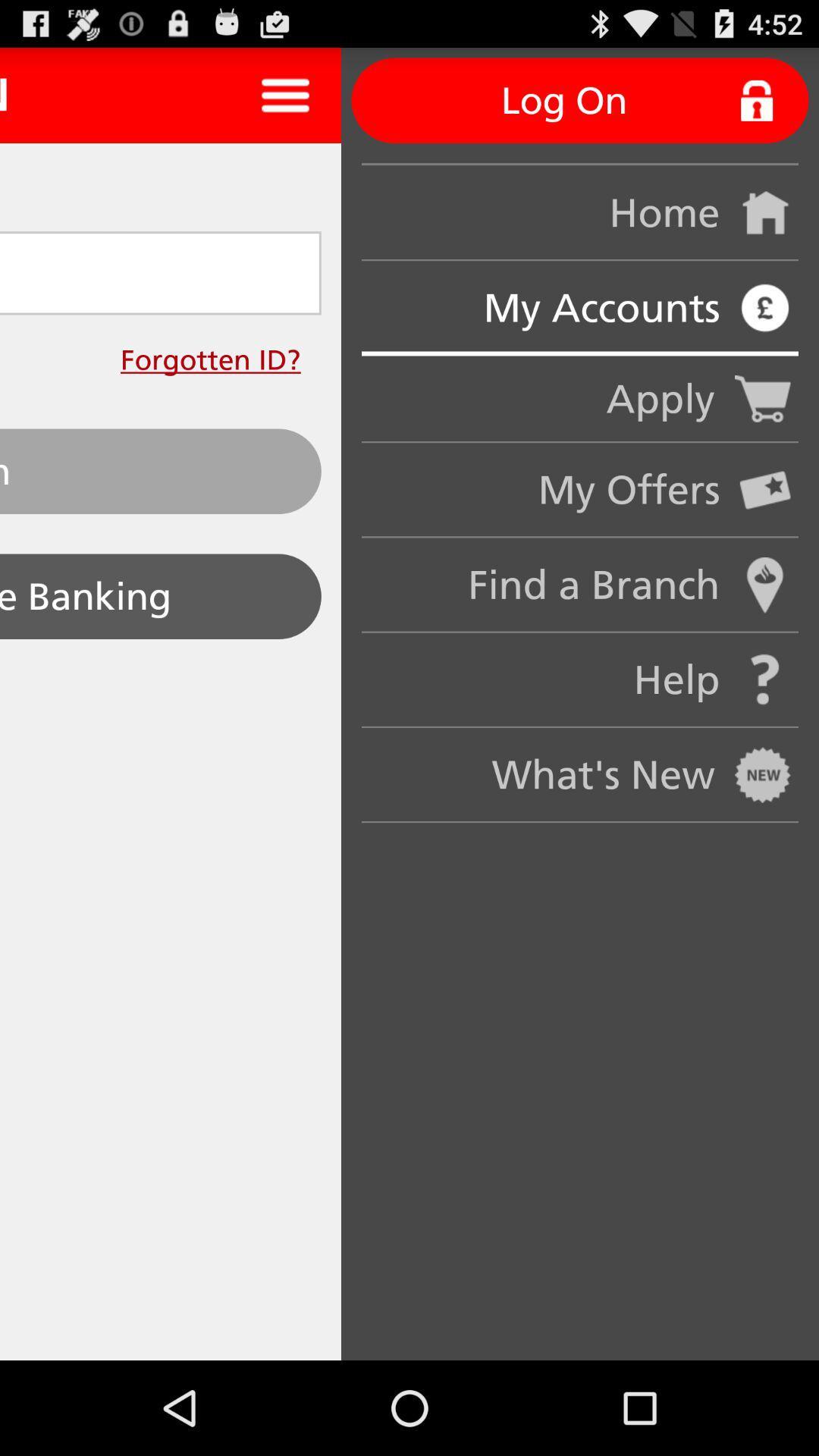 The height and width of the screenshot is (1456, 819). Describe the element at coordinates (580, 100) in the screenshot. I see `the log on button on the web page` at that location.